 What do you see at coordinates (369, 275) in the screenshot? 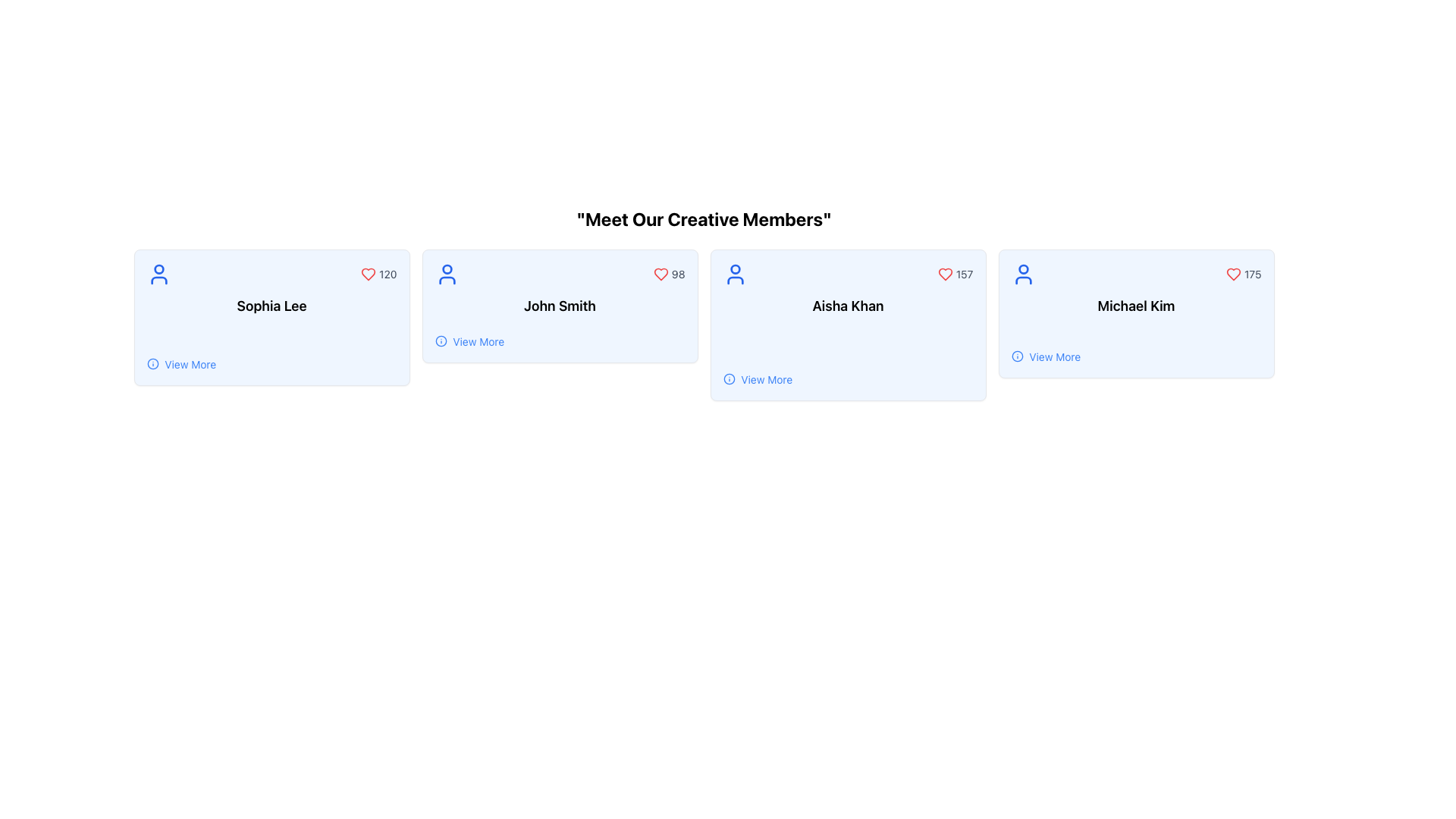
I see `the heart-shaped icon in the top-right corner of the card component associated with 'Sophia Lee', which is used to signify appreciation for the content` at bounding box center [369, 275].